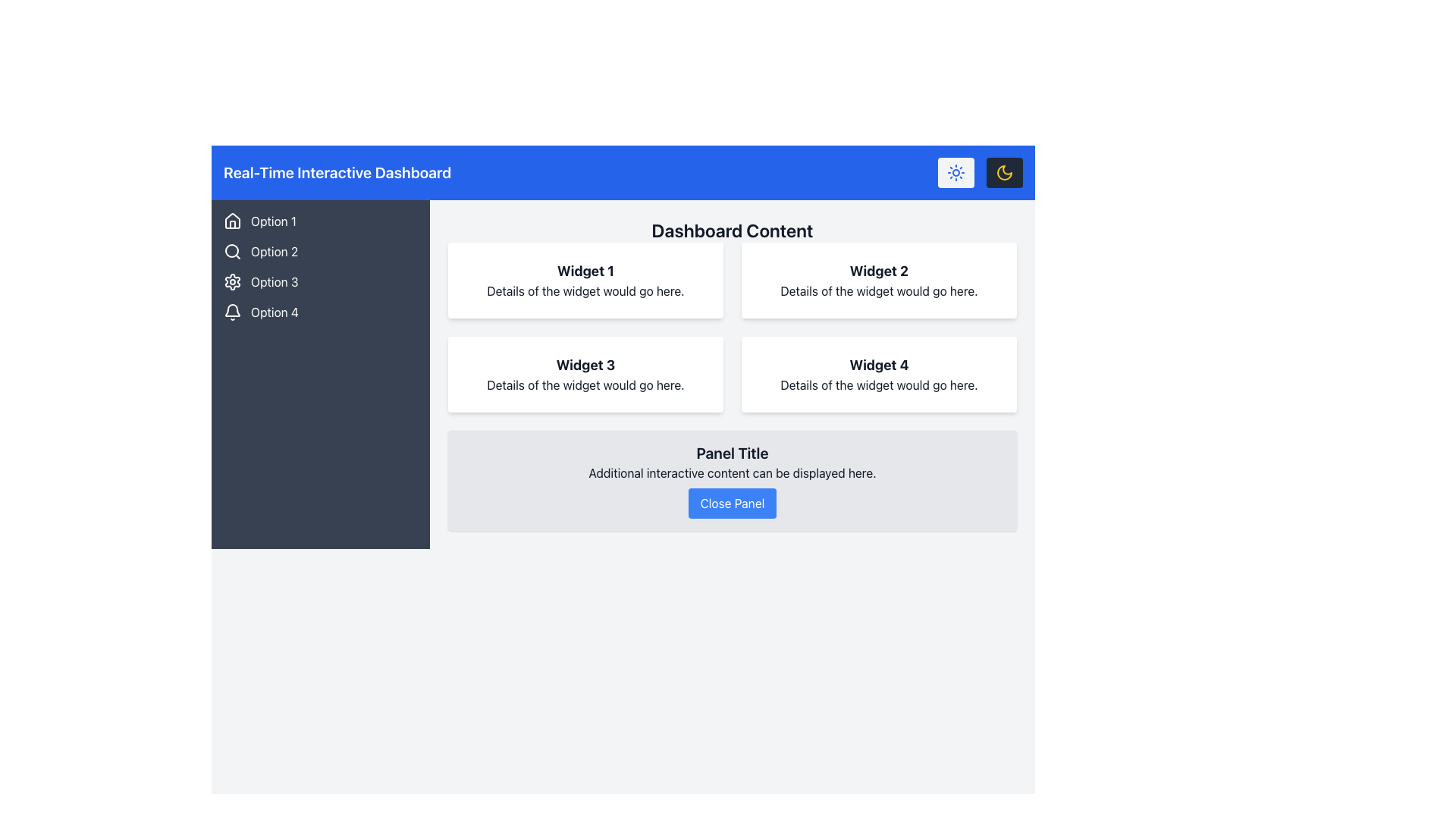  What do you see at coordinates (232, 281) in the screenshot?
I see `the settings icon located in the vertical navigation menu under 'Option 3'` at bounding box center [232, 281].